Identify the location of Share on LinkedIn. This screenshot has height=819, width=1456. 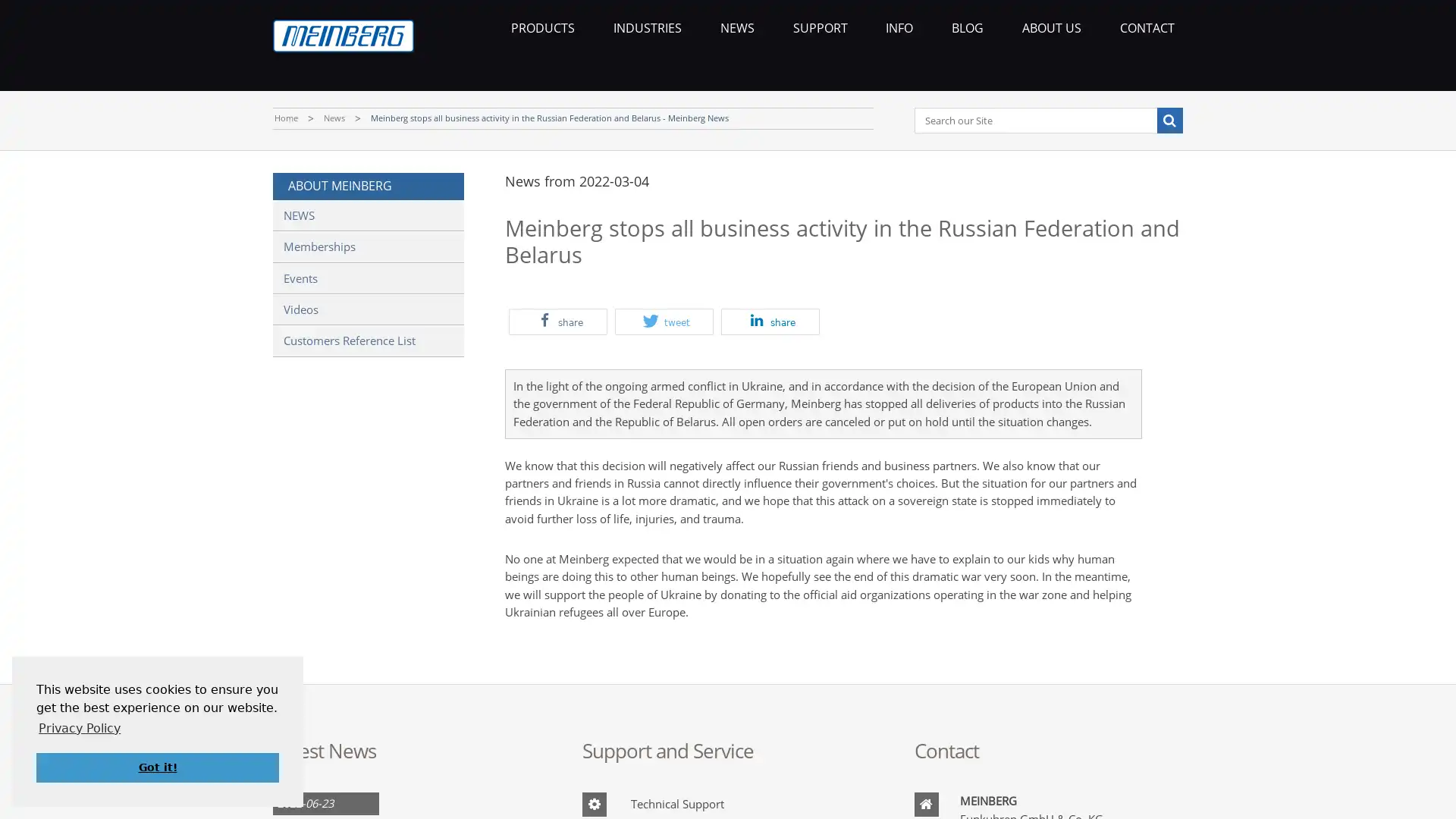
(770, 321).